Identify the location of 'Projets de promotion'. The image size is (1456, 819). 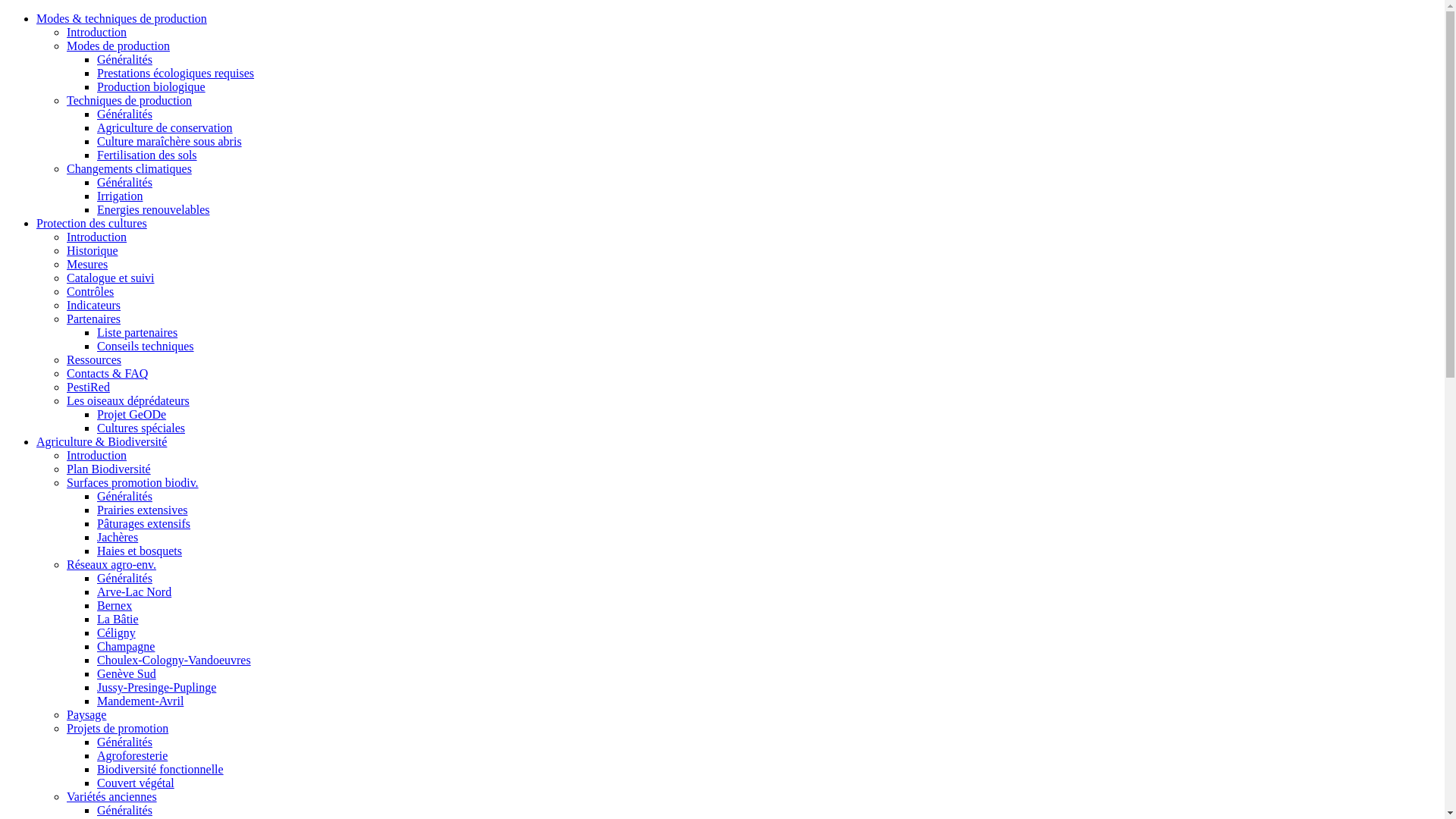
(116, 727).